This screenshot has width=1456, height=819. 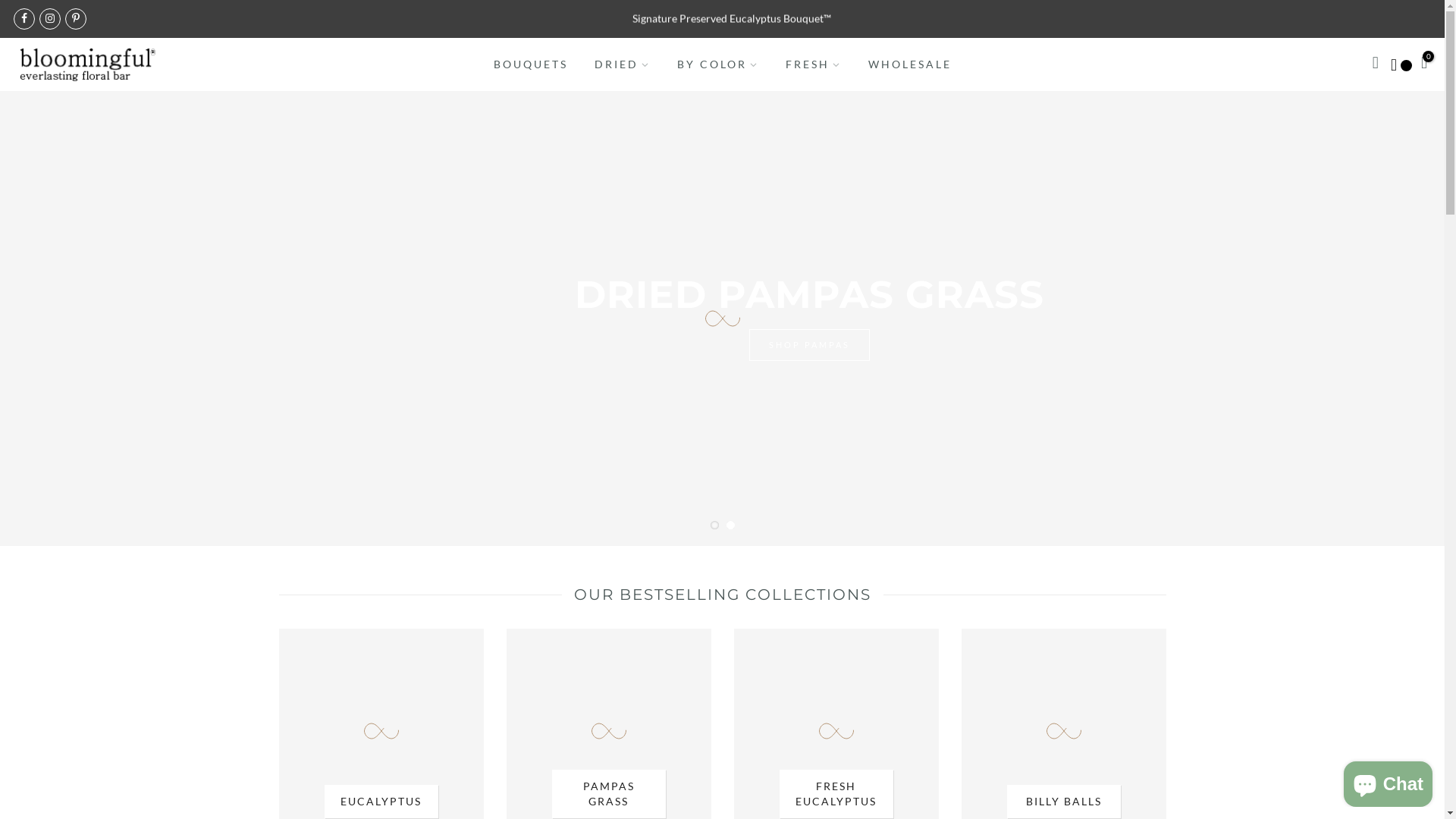 What do you see at coordinates (812, 63) in the screenshot?
I see `'FRESH'` at bounding box center [812, 63].